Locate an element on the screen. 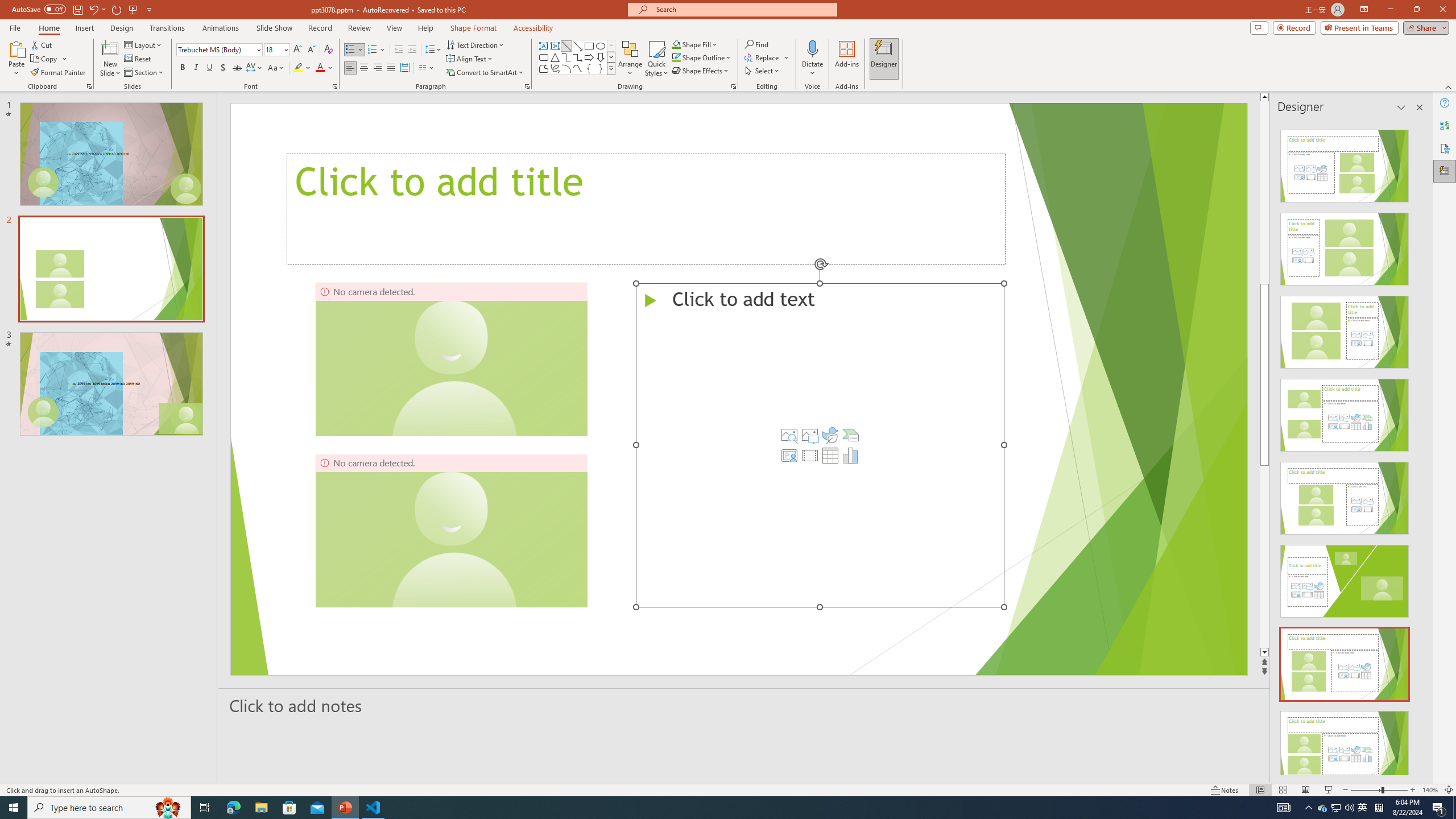 The width and height of the screenshot is (1456, 819). 'Connector: Elbow' is located at coordinates (565, 56).